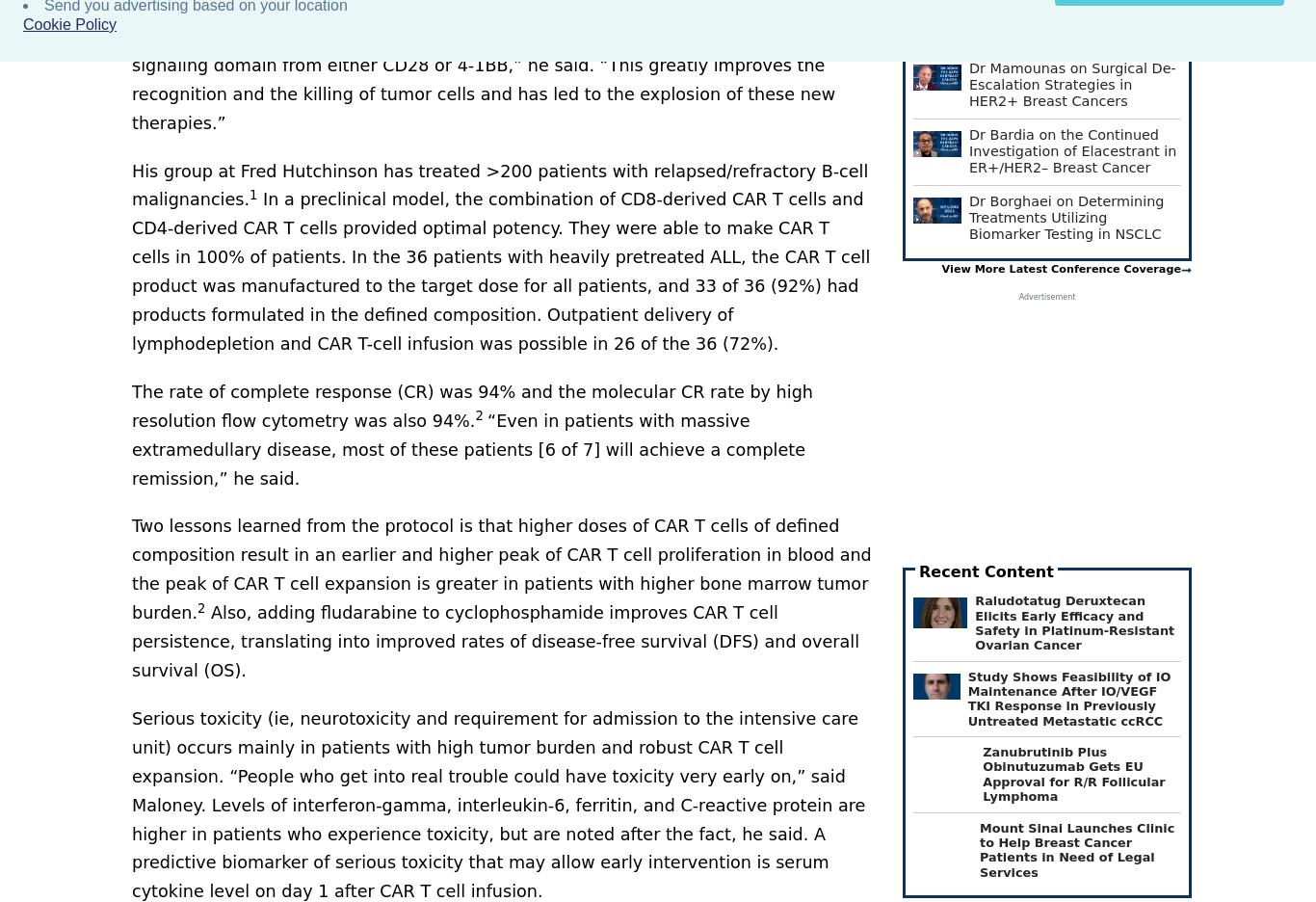  What do you see at coordinates (1066, 217) in the screenshot?
I see `'Dr Borghaei on Determining Treatments Utilizing Biomarker Testing in NSCLC'` at bounding box center [1066, 217].